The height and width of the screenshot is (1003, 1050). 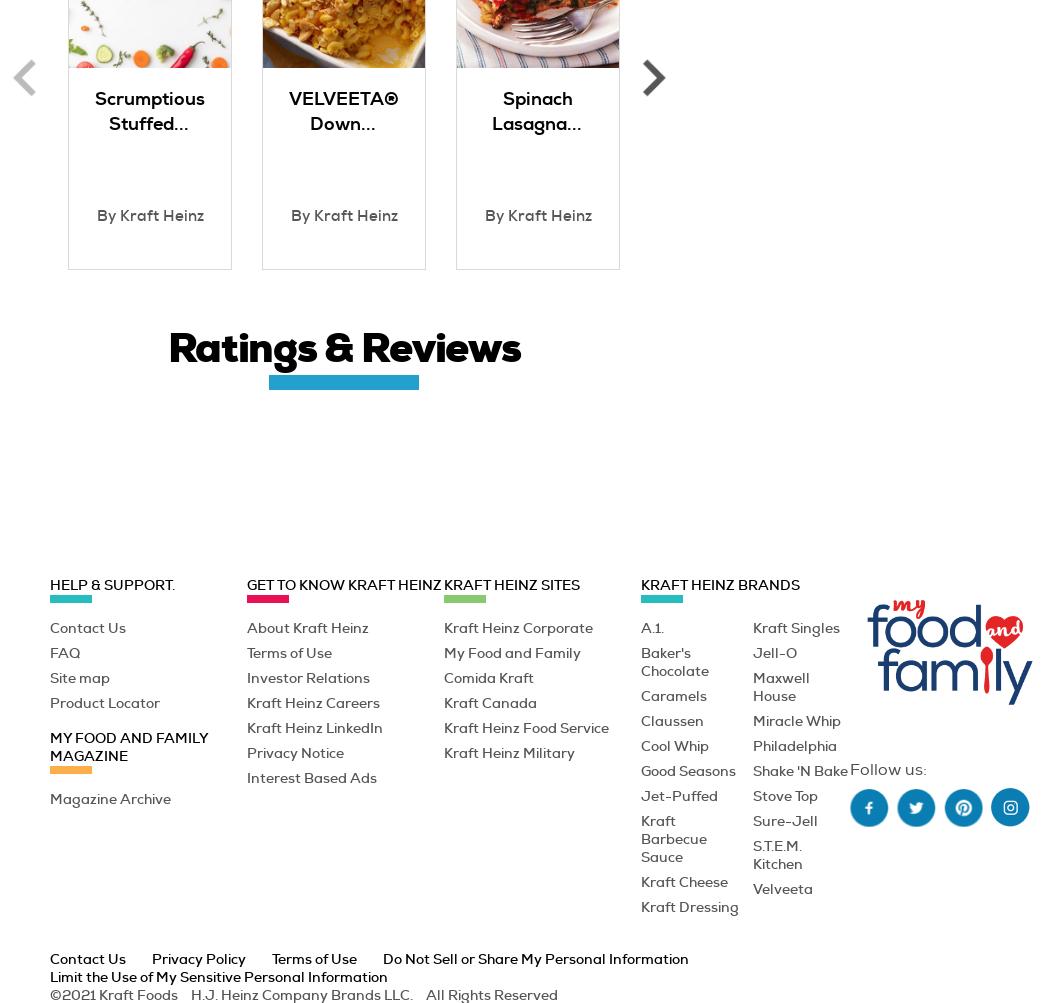 What do you see at coordinates (687, 769) in the screenshot?
I see `'Good Seasons'` at bounding box center [687, 769].